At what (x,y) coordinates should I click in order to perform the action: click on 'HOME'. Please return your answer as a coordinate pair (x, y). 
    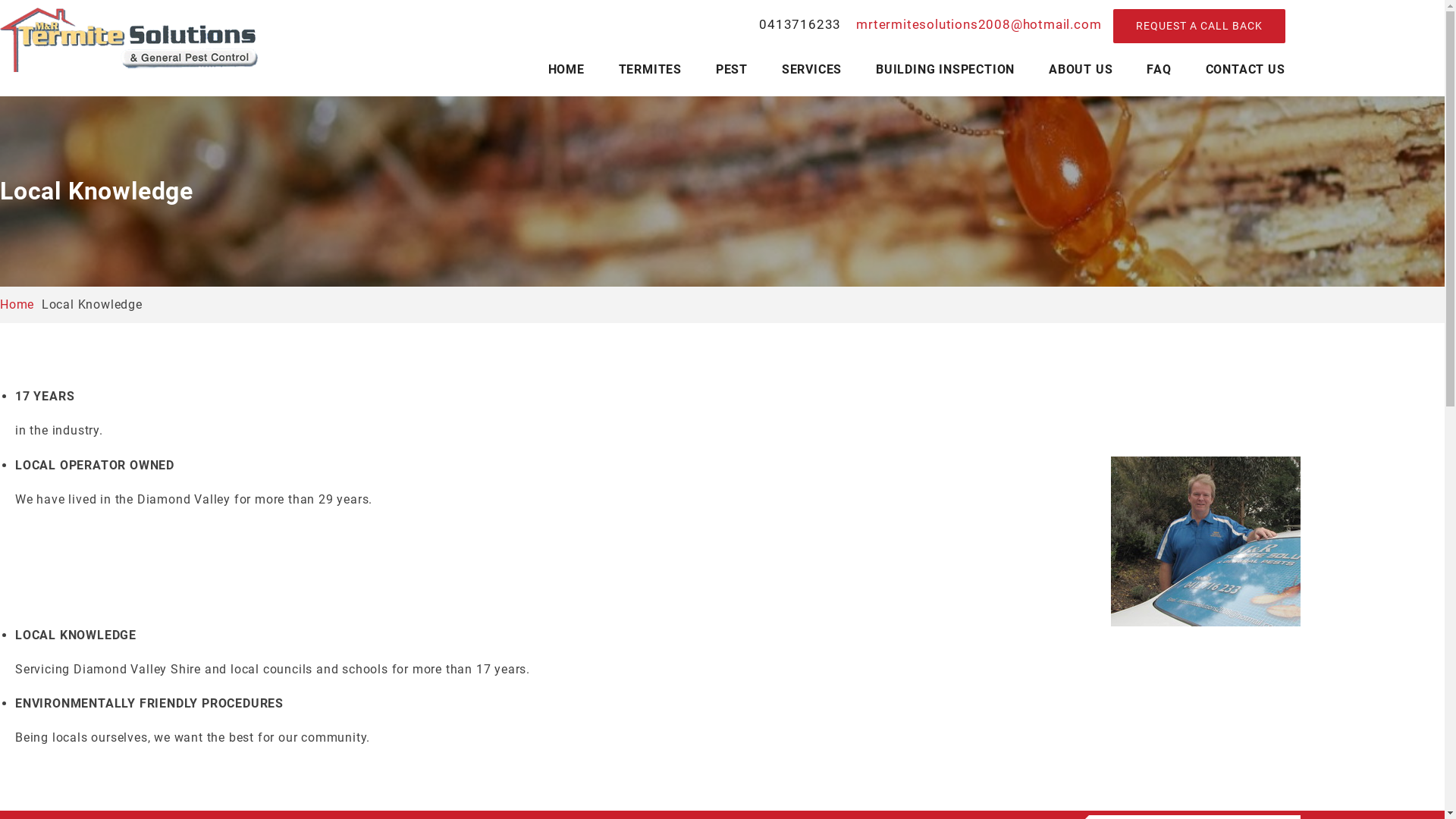
    Looking at the image, I should click on (566, 70).